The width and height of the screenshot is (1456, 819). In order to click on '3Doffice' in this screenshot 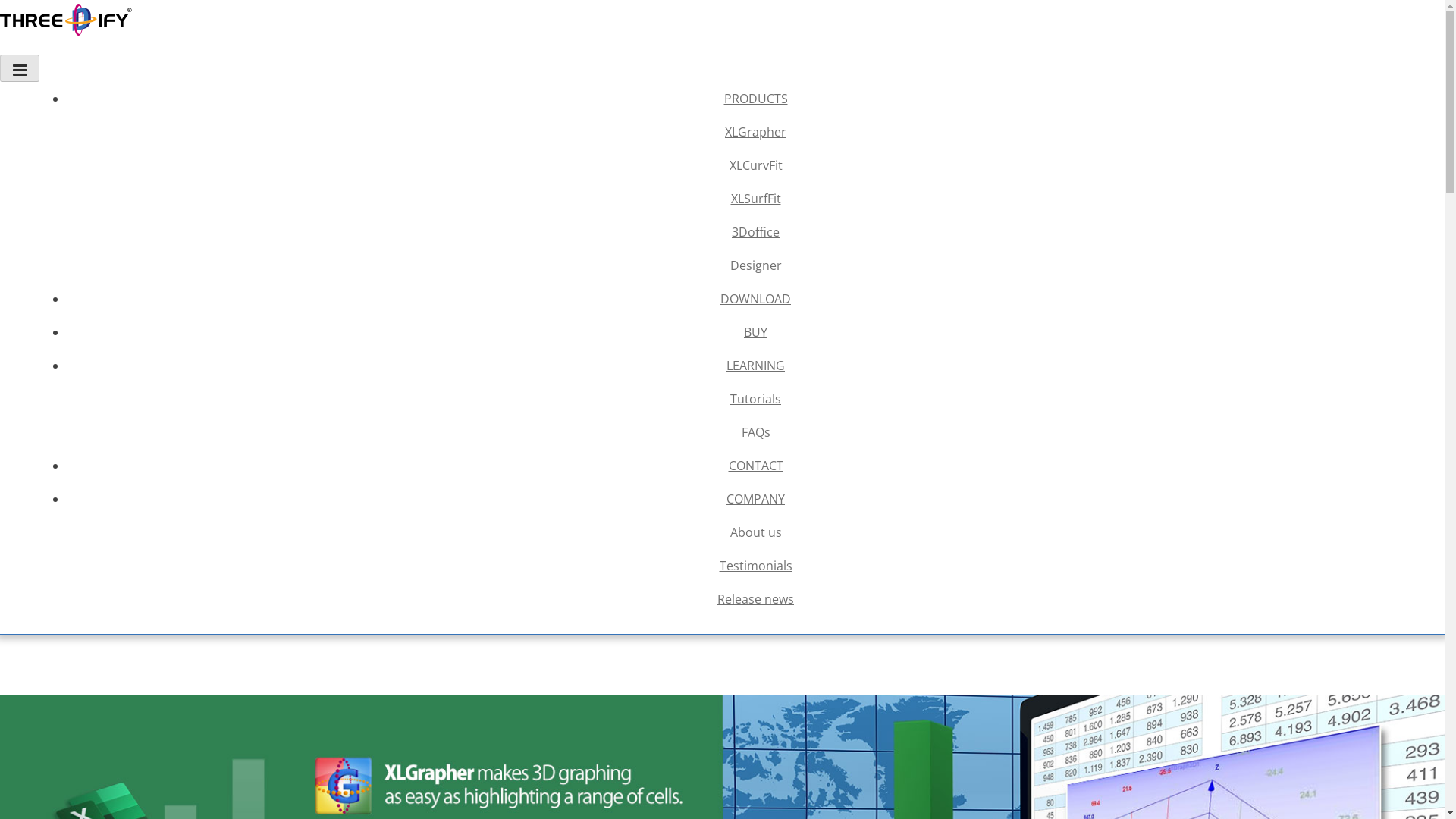, I will do `click(755, 231)`.